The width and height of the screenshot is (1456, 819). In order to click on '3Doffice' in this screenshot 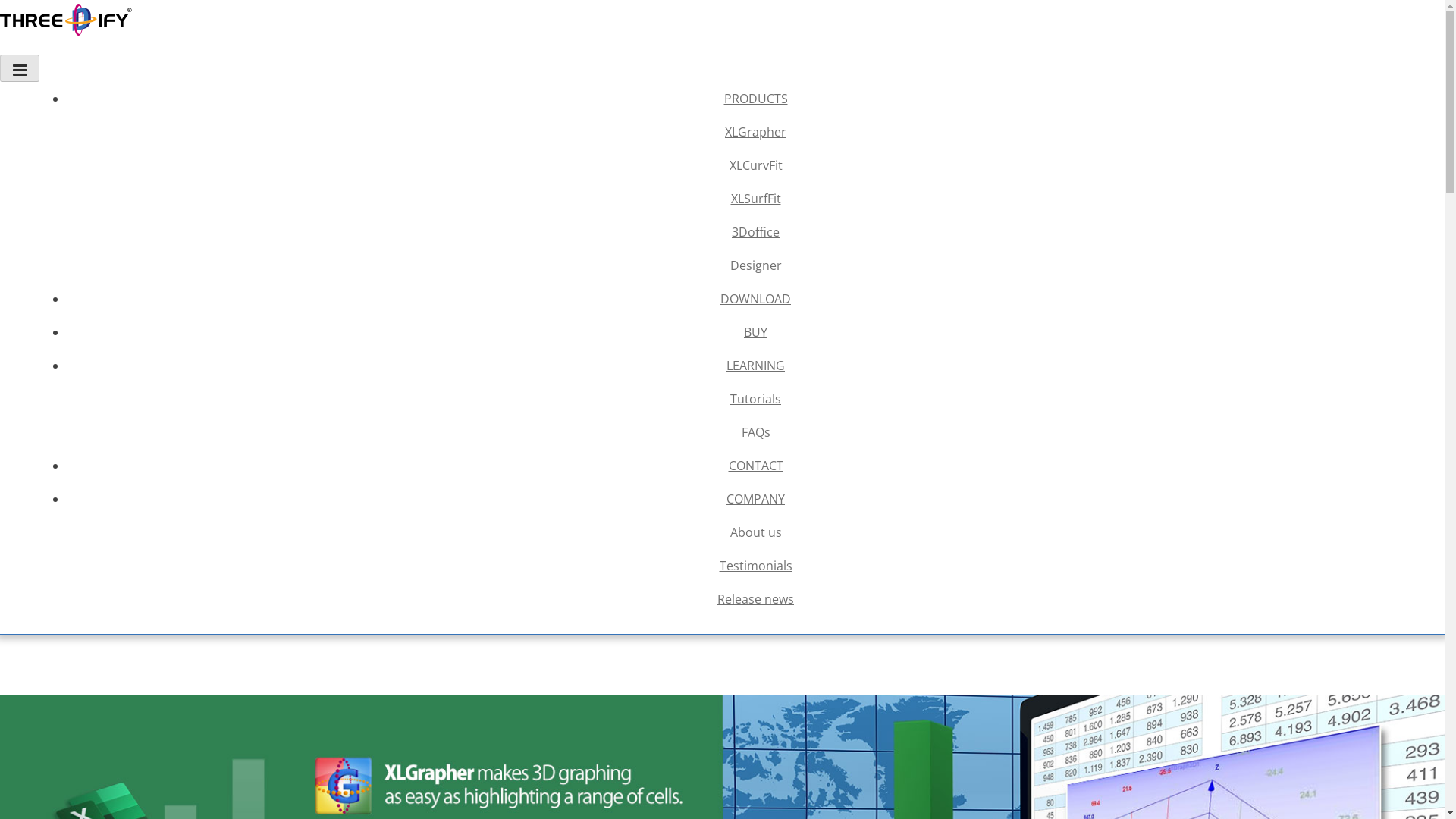, I will do `click(755, 231)`.